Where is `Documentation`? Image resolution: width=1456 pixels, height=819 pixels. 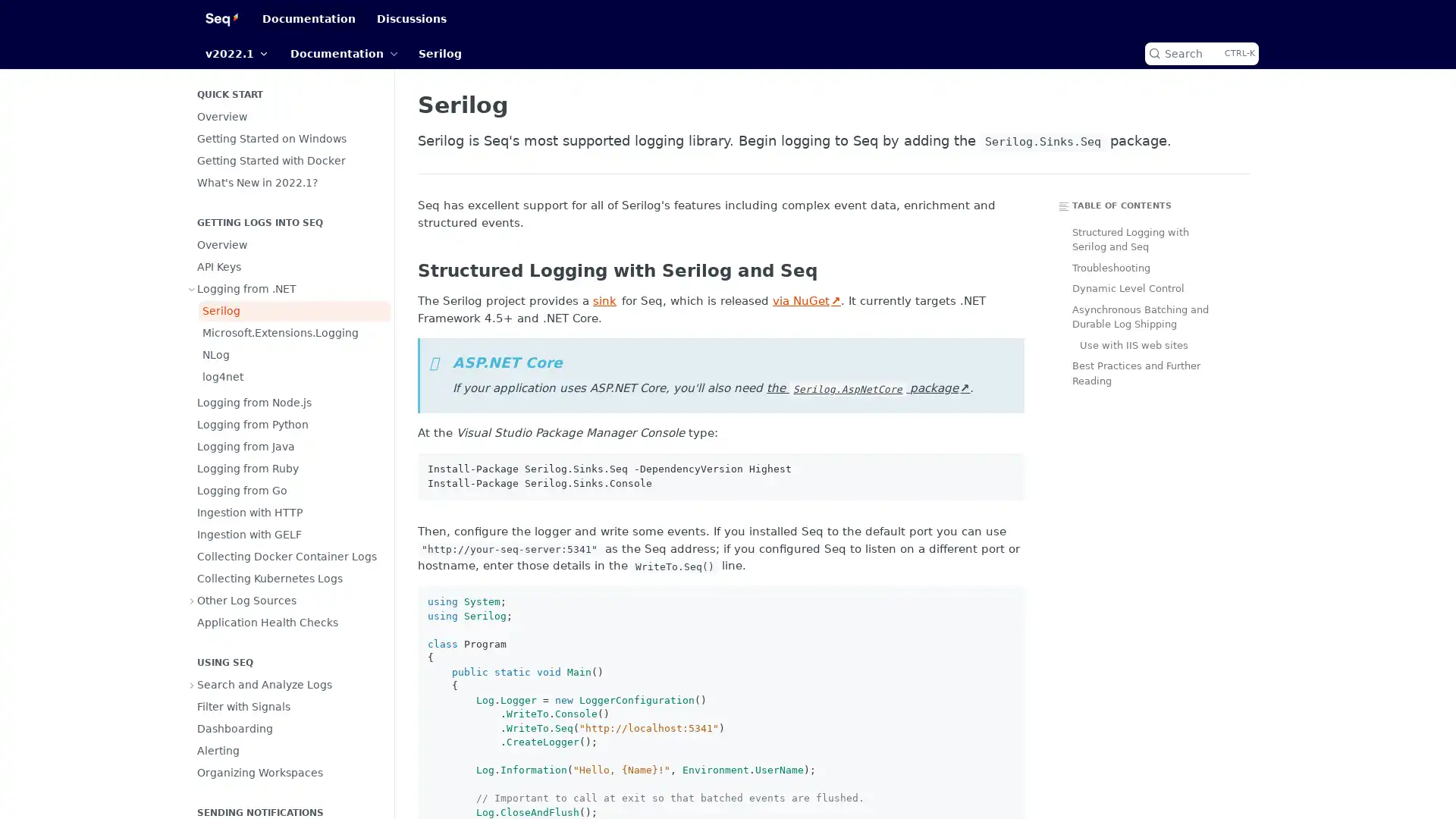
Documentation is located at coordinates (343, 52).